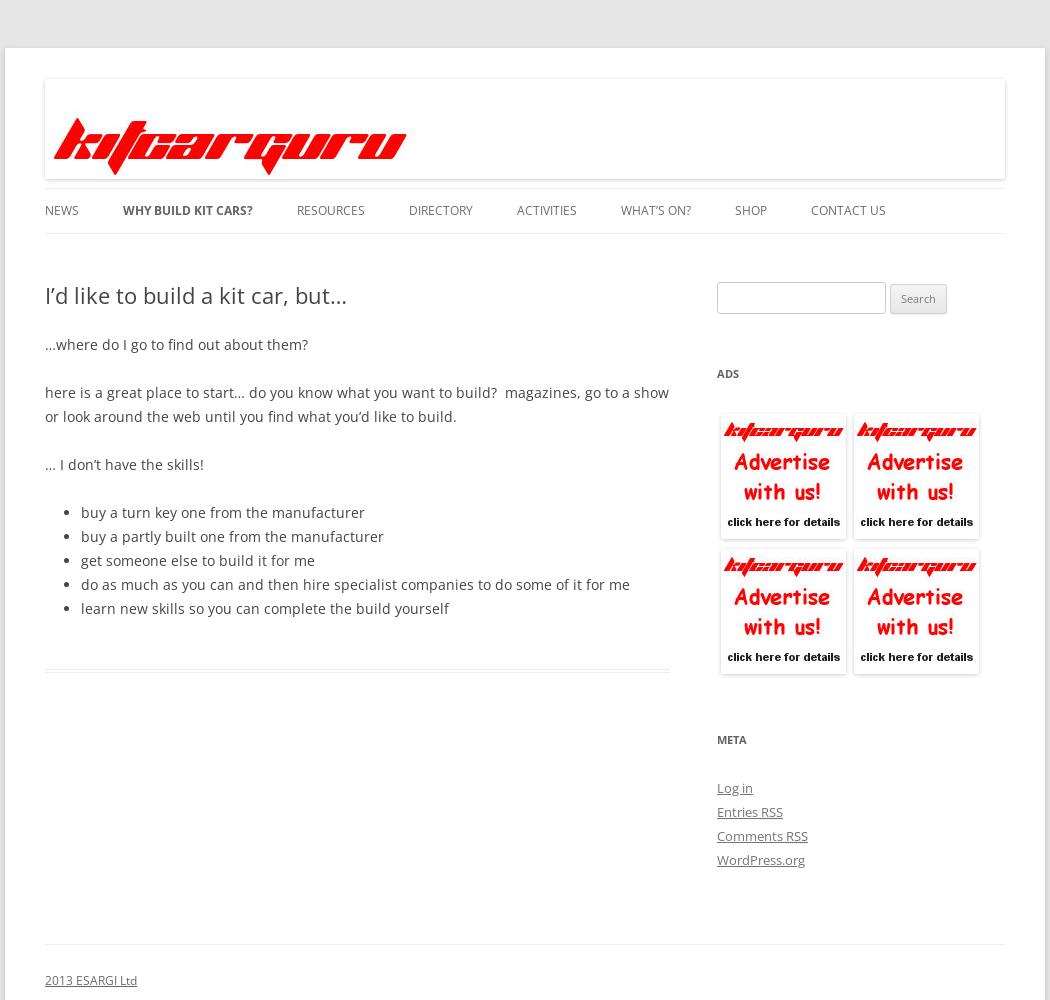 The height and width of the screenshot is (1000, 1050). Describe the element at coordinates (848, 209) in the screenshot. I see `'Contact Us'` at that location.